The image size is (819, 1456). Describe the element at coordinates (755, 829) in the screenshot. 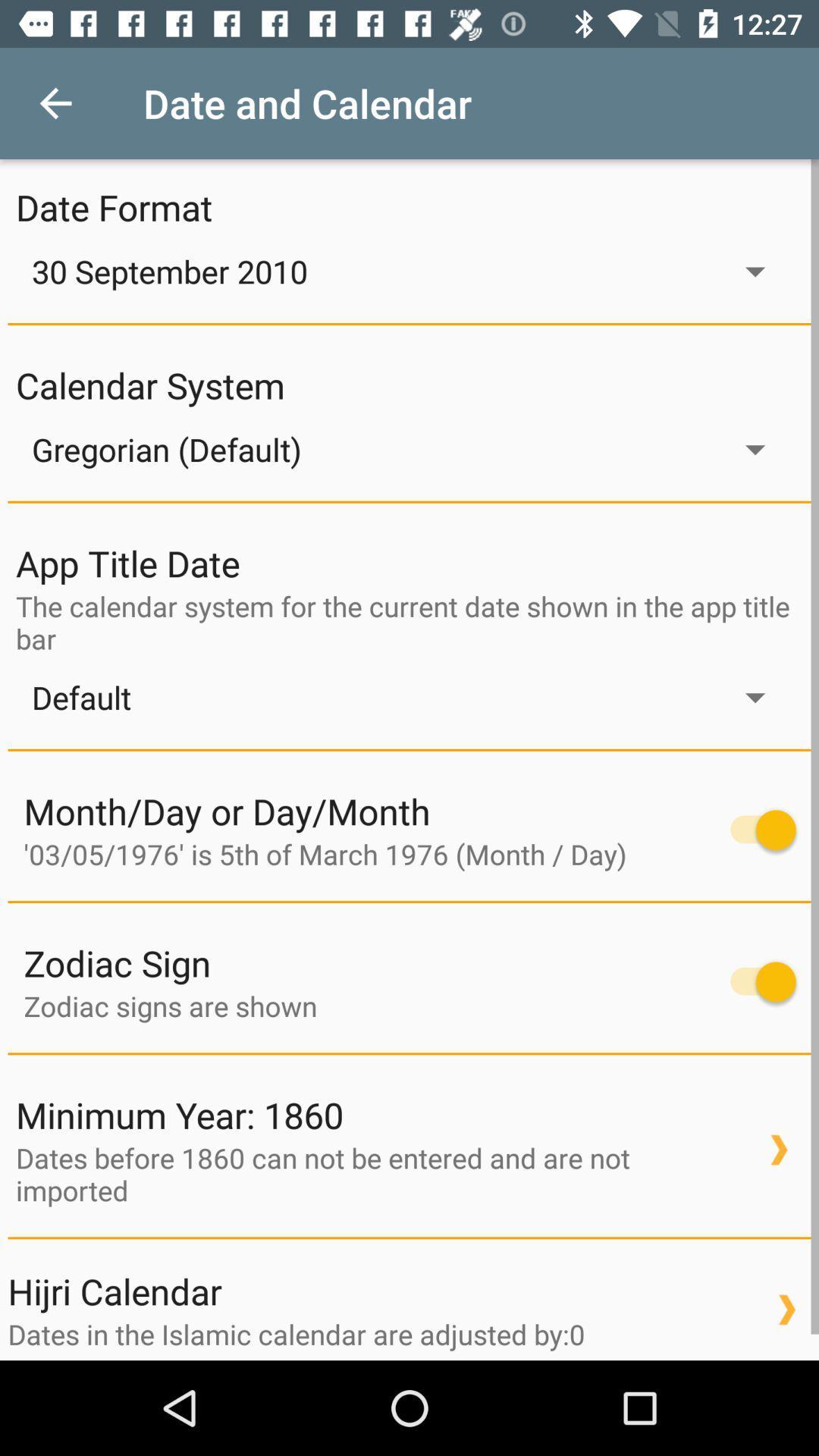

I see `autoplay button` at that location.